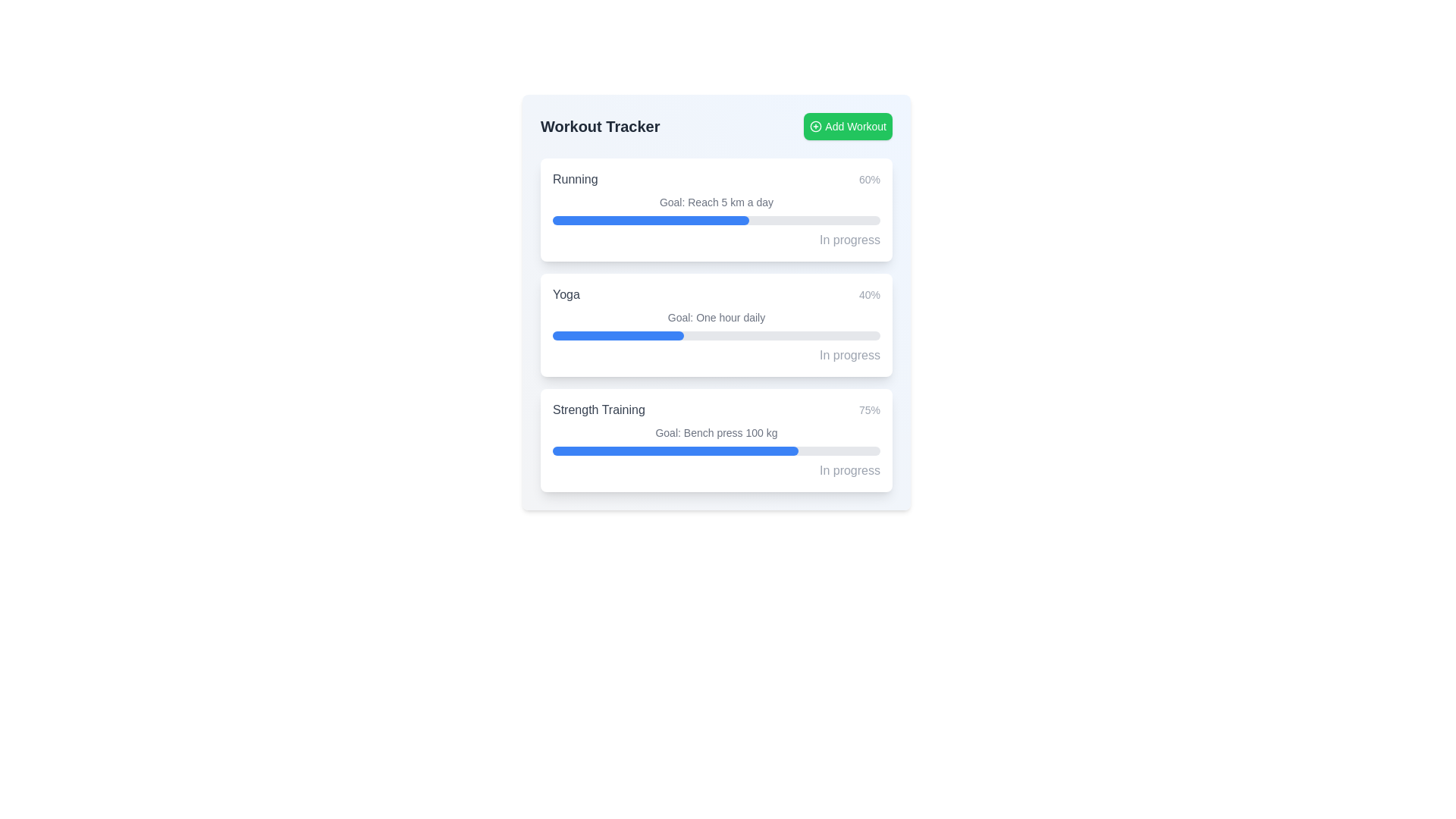 The width and height of the screenshot is (1456, 819). I want to click on the 'In progress' text label located in the bottom-right corner of the 'Yoga' activity card, which serves as a status indicator, so click(848, 354).